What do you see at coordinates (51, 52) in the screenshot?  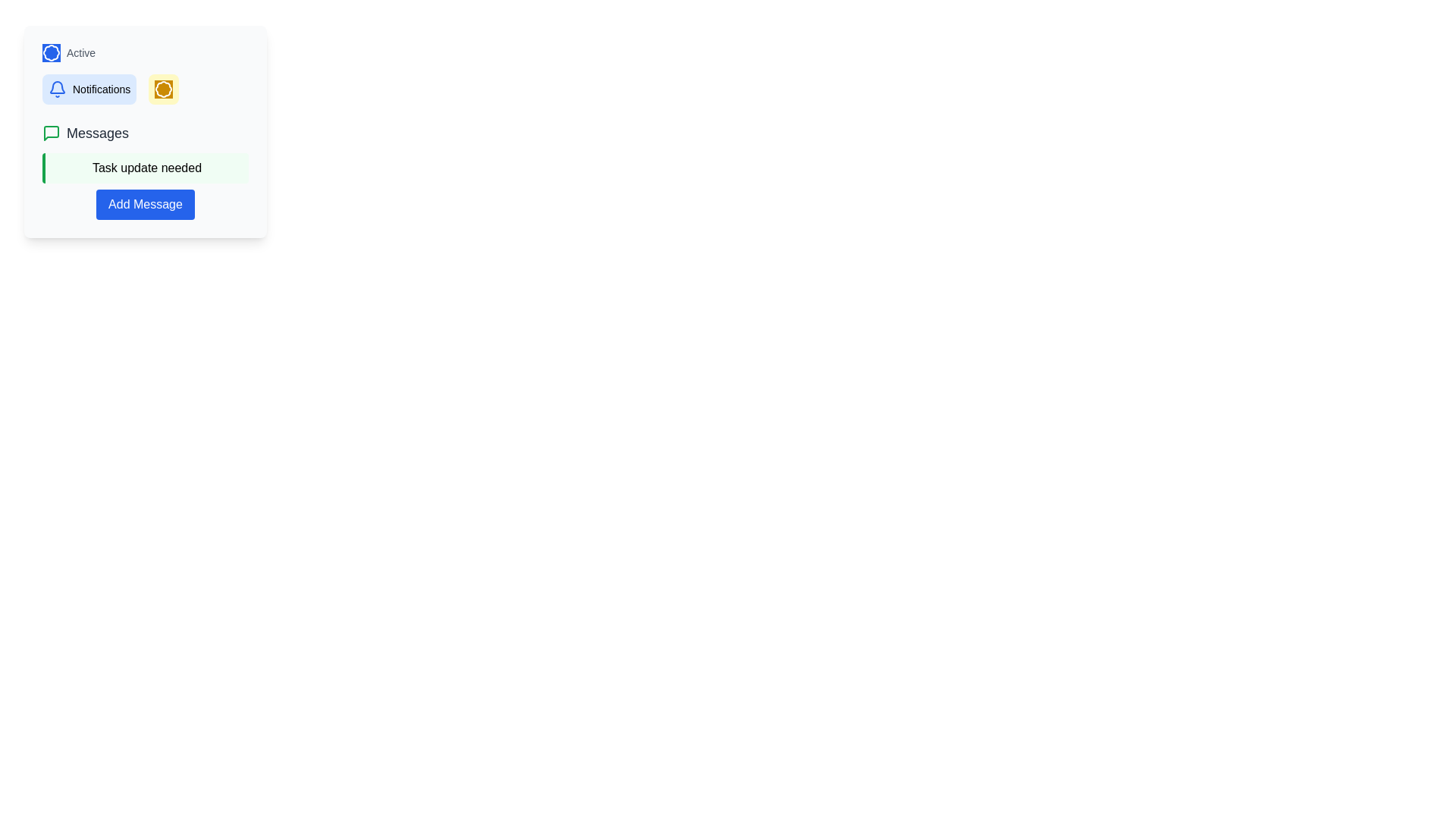 I see `the blue scalloped circular badge icon located at the top left of the 'Active' section` at bounding box center [51, 52].